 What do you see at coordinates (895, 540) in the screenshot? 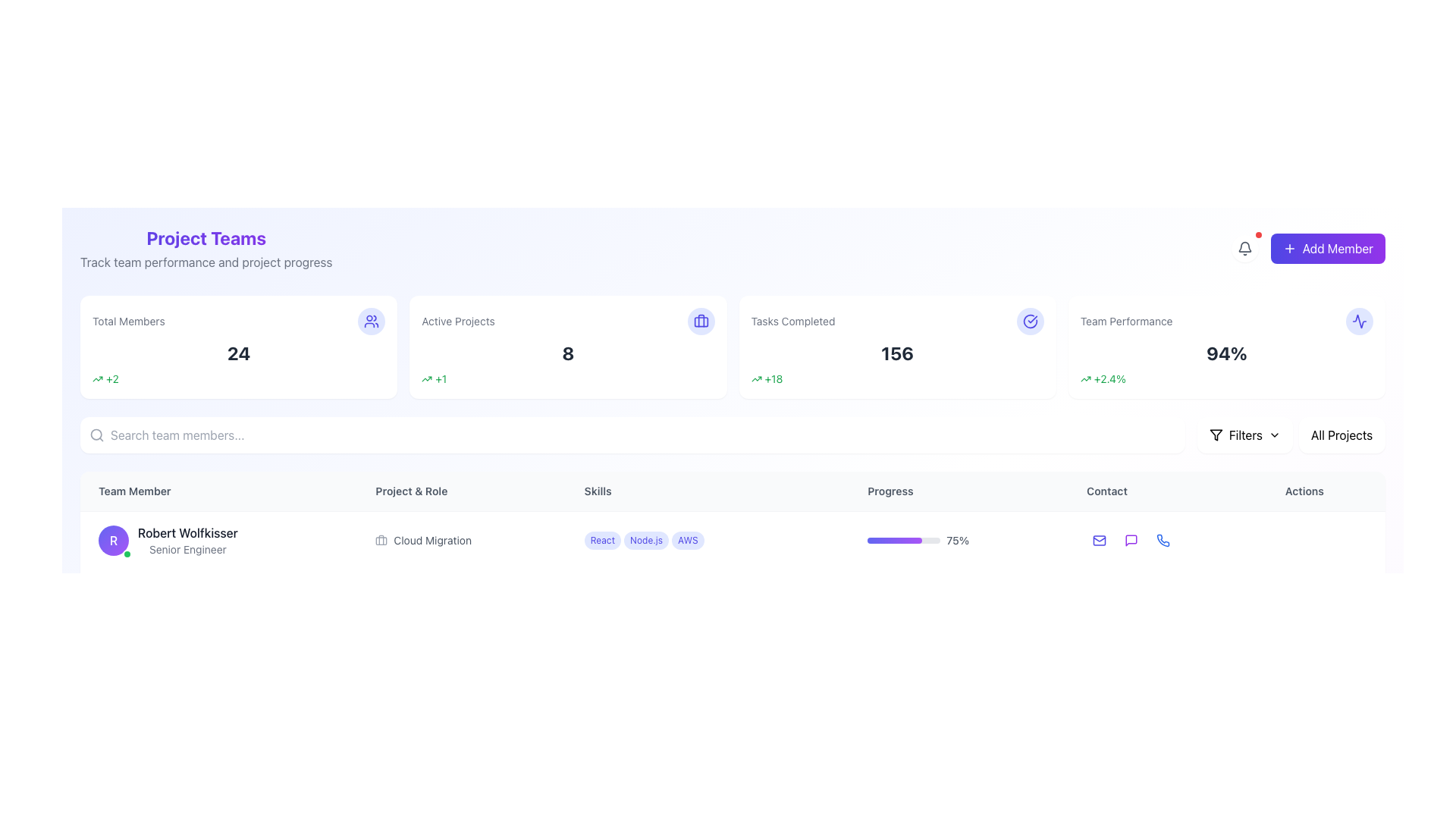
I see `progress bar indicator that visually represents 75% completion, located in the 'Progress' column of the team member's row for design verification` at bounding box center [895, 540].